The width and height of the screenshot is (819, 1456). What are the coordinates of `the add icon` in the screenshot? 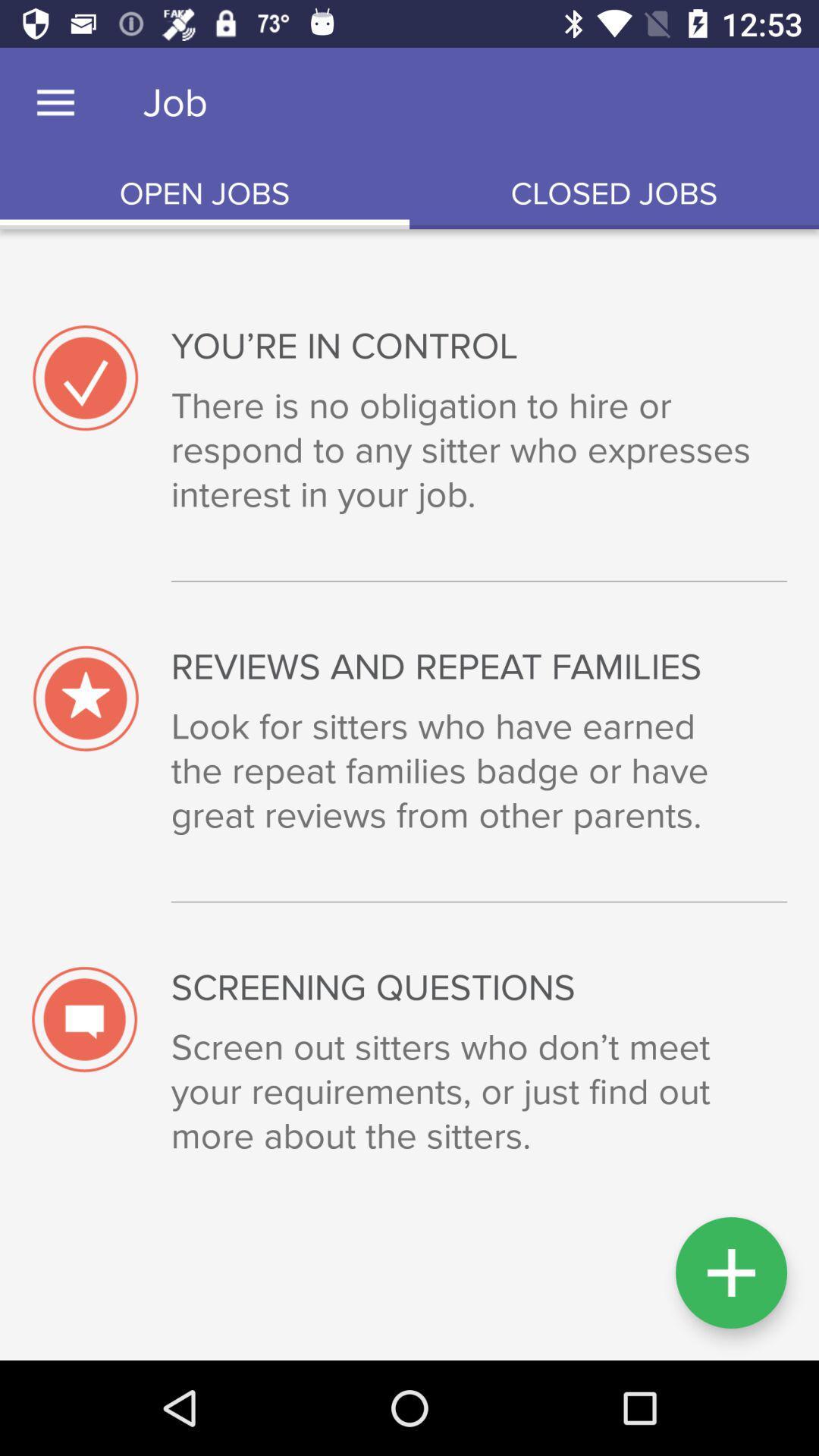 It's located at (730, 1272).